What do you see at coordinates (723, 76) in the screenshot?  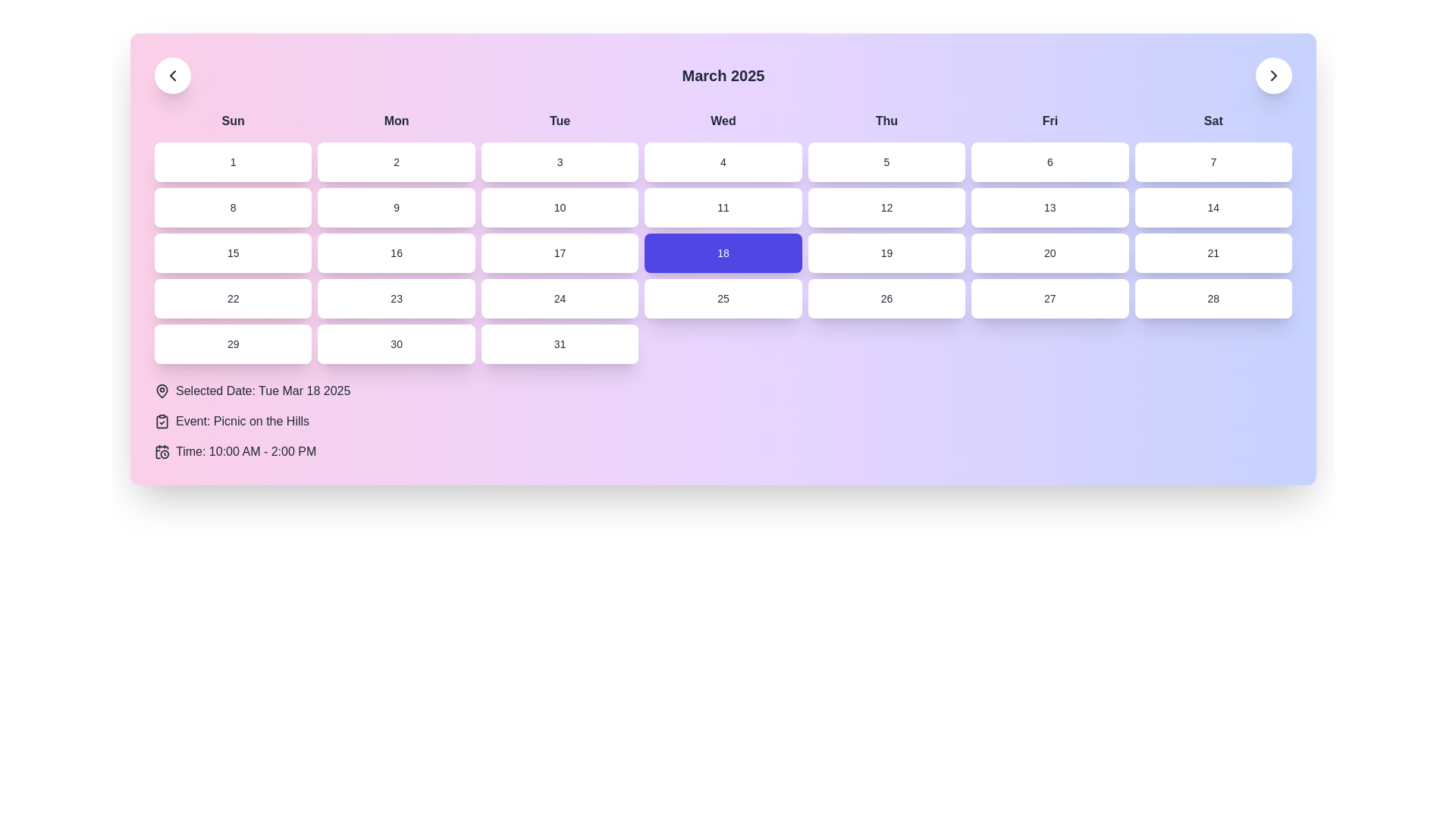 I see `the Text display heading that shows 'March 2025'` at bounding box center [723, 76].